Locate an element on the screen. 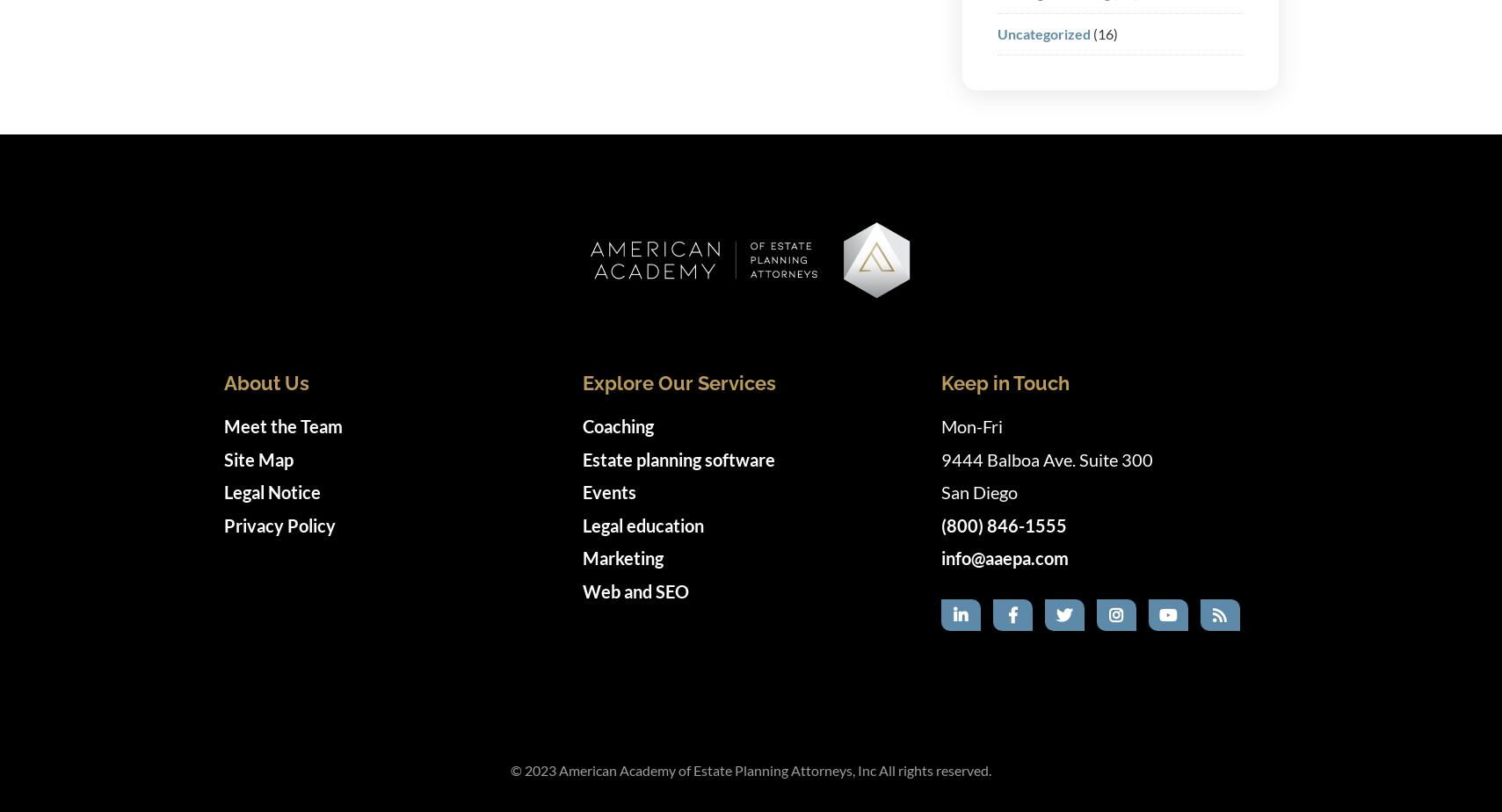 Image resolution: width=1502 pixels, height=812 pixels. 'Meet the Team' is located at coordinates (281, 425).